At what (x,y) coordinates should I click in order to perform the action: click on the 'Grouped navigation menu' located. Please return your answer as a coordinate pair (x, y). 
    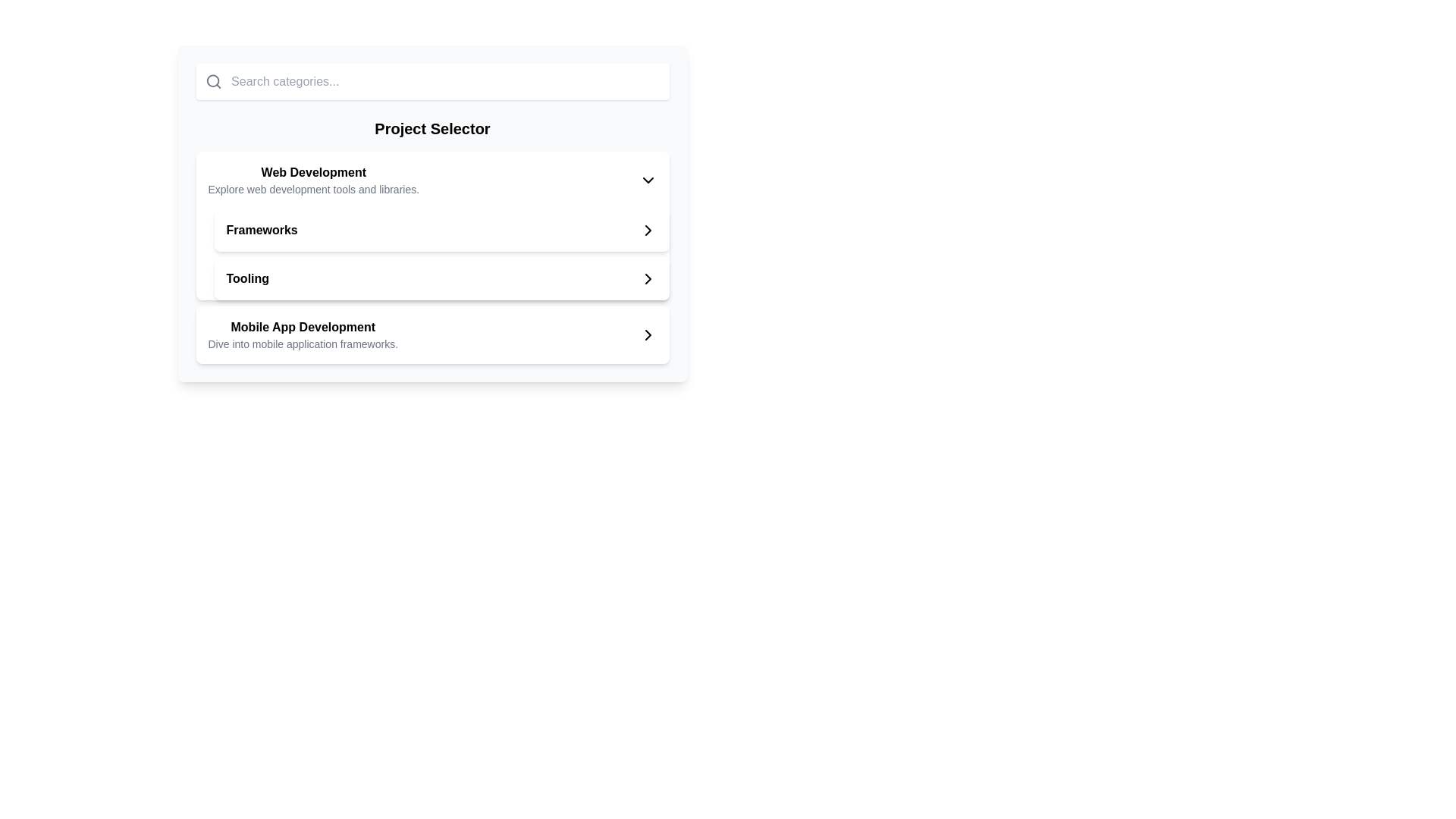
    Looking at the image, I should click on (441, 253).